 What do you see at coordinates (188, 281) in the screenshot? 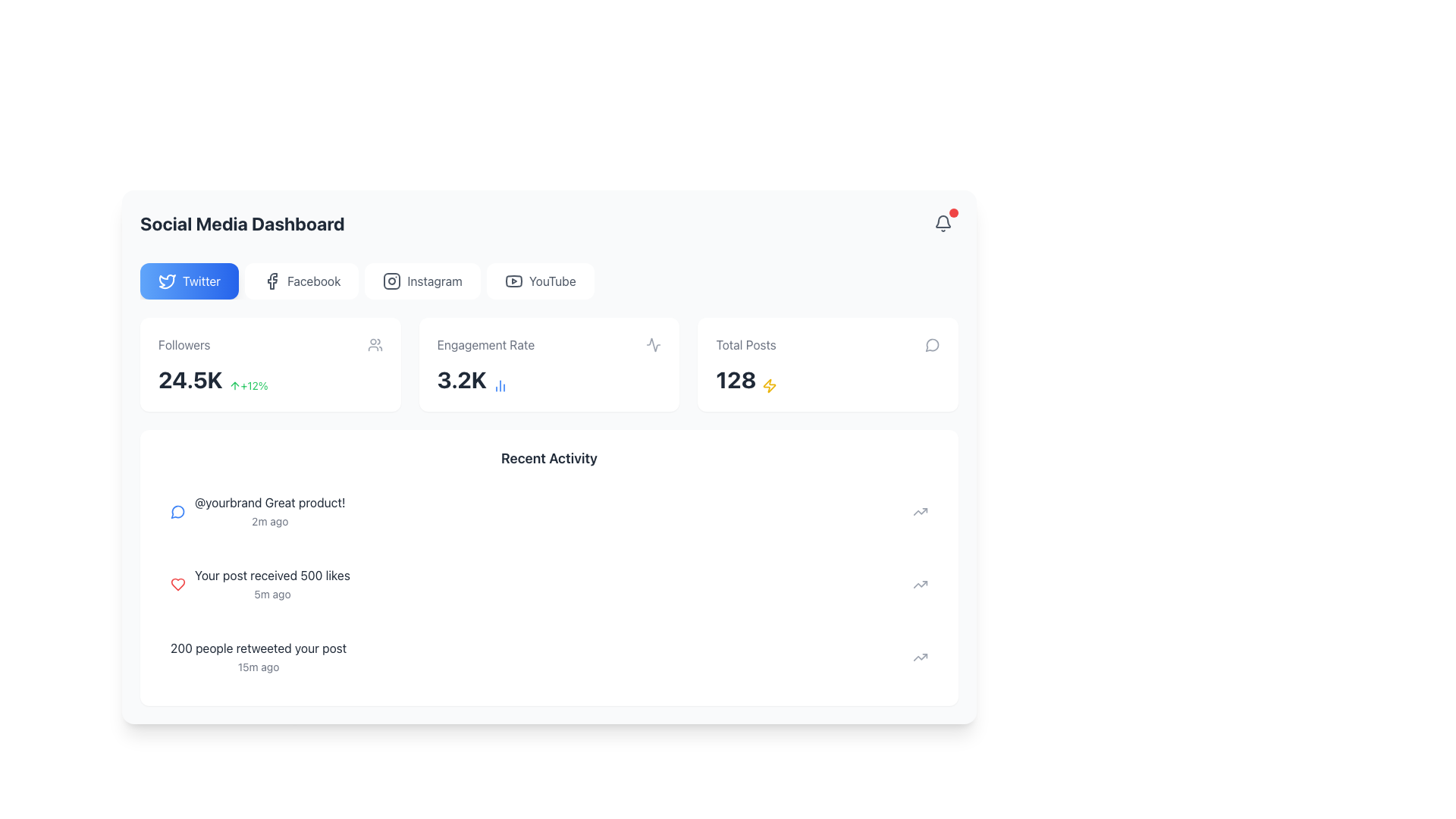
I see `the 'Twitter' button, which is a rectangular button with a gradient blue background and white text, located beneath the 'Social Media Dashboard' heading` at bounding box center [188, 281].